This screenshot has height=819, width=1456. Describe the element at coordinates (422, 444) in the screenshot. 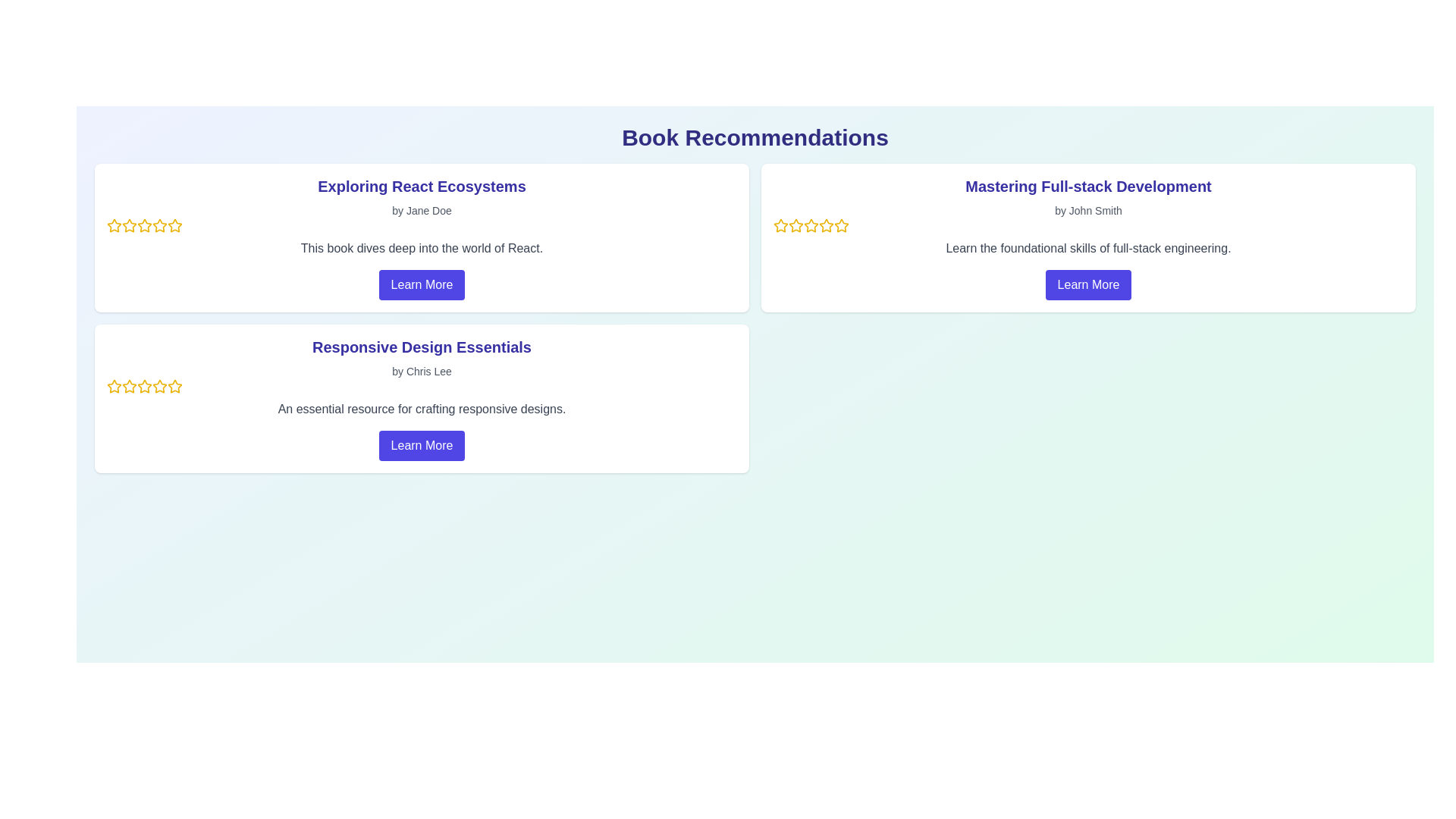

I see `the button located at the bottom of the card layout for the book 'Responsive Design Essentials' by Chris Lee` at that location.